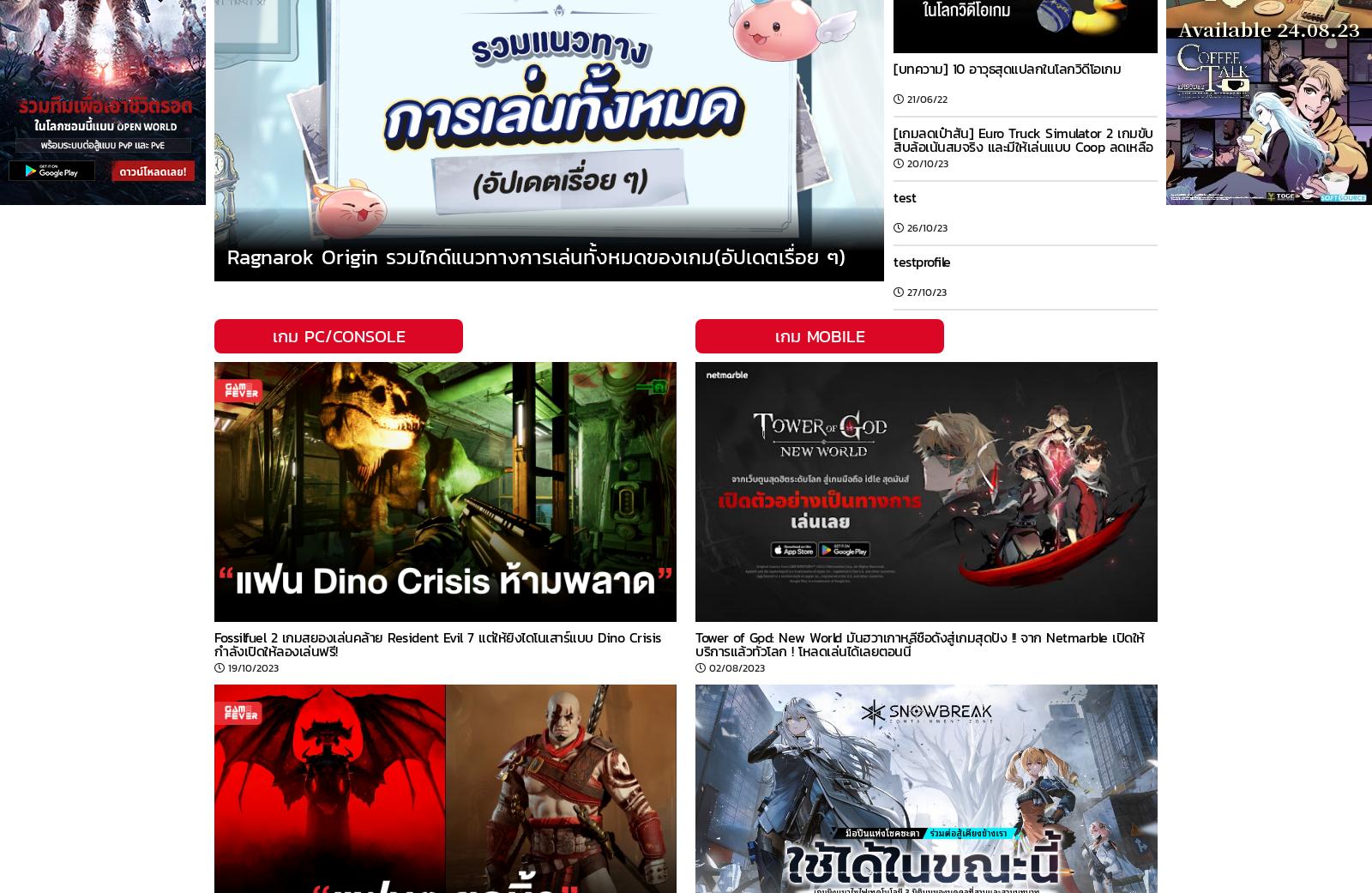 The height and width of the screenshot is (893, 1372). Describe the element at coordinates (928, 164) in the screenshot. I see `'20/10/23'` at that location.